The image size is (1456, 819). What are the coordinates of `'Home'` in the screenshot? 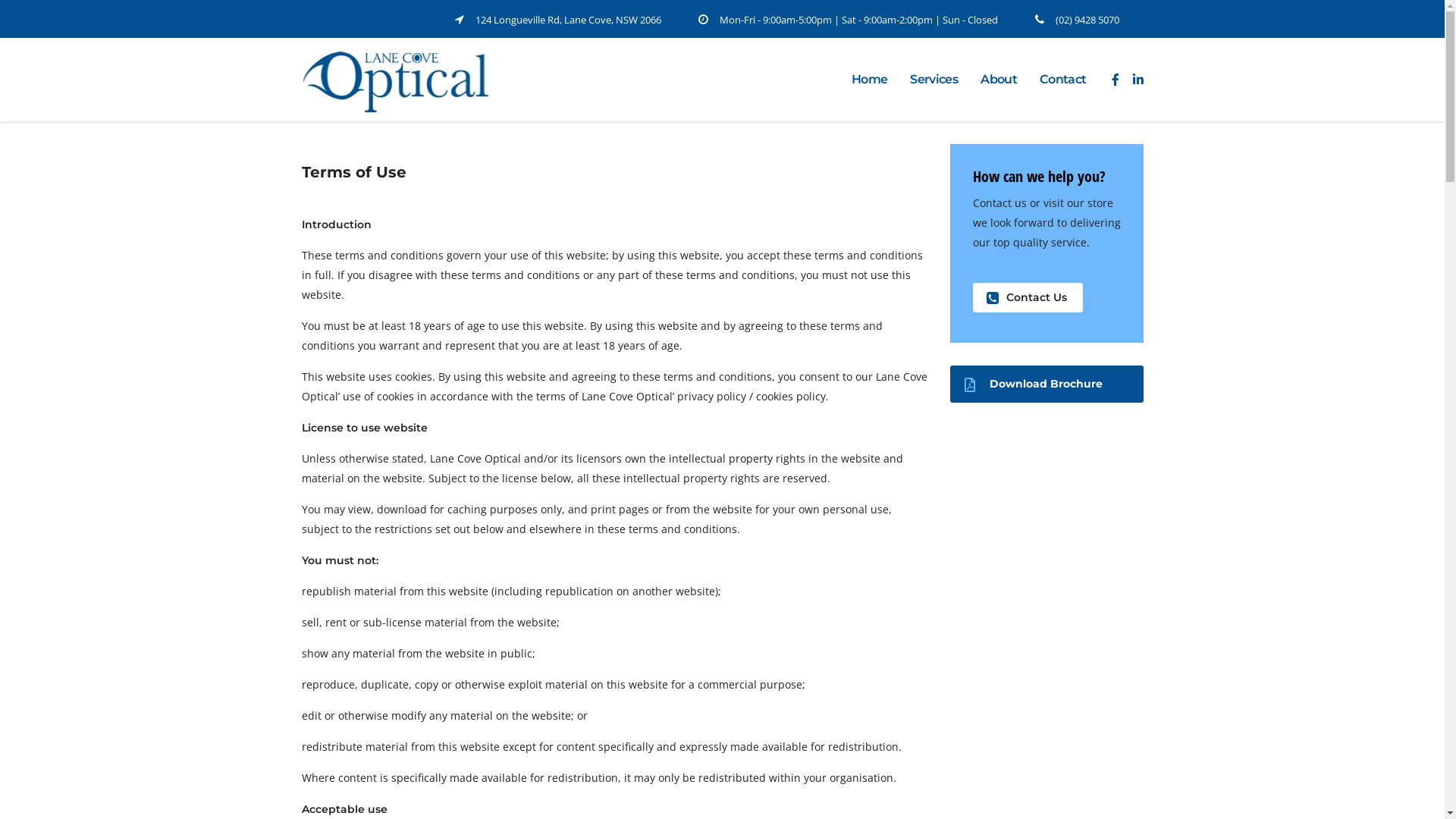 It's located at (869, 79).